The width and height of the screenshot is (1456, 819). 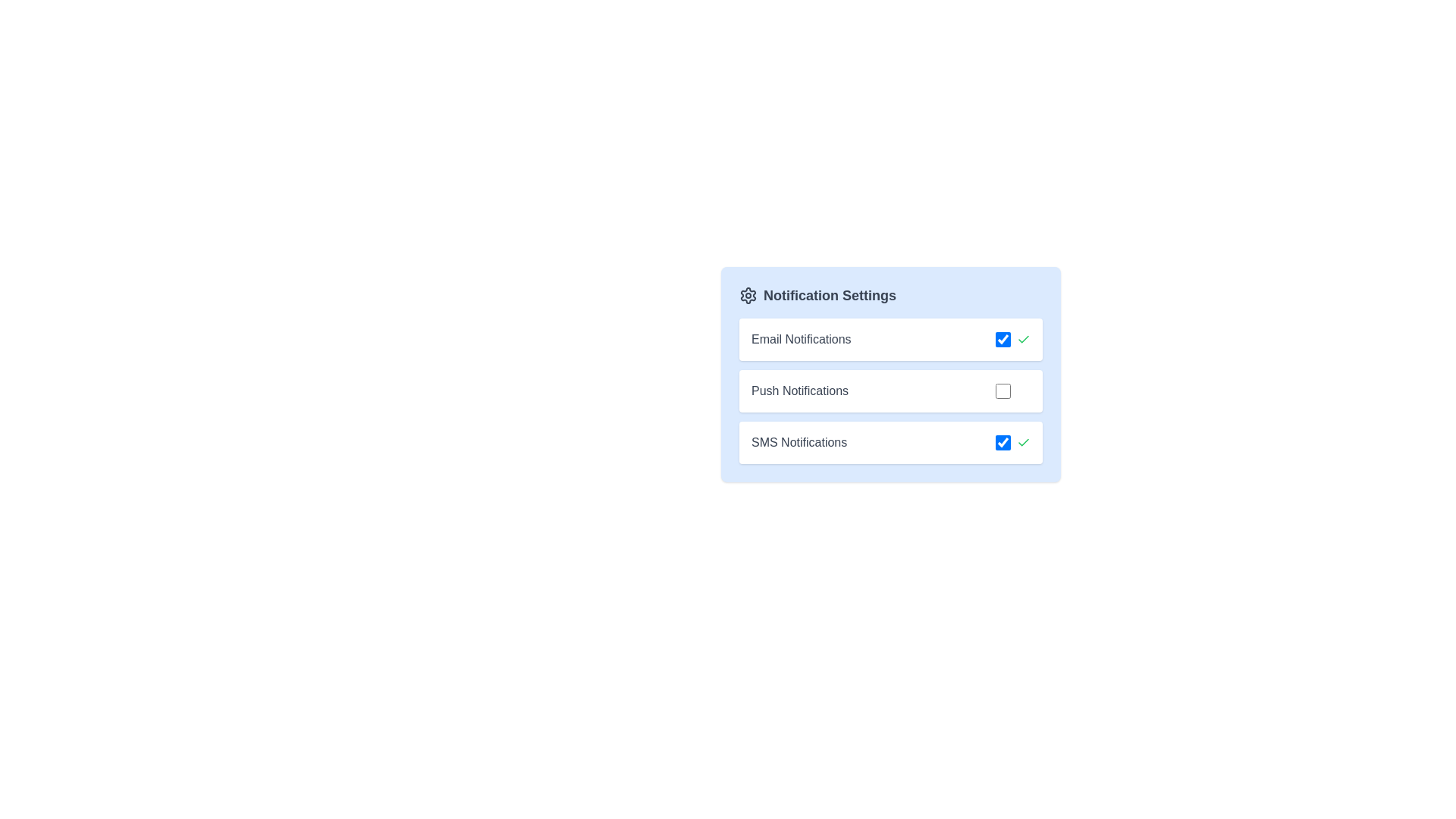 I want to click on the green checkmark icon located next to the 'SMS Notifications' checkbox in the notification settings section, so click(x=1023, y=442).